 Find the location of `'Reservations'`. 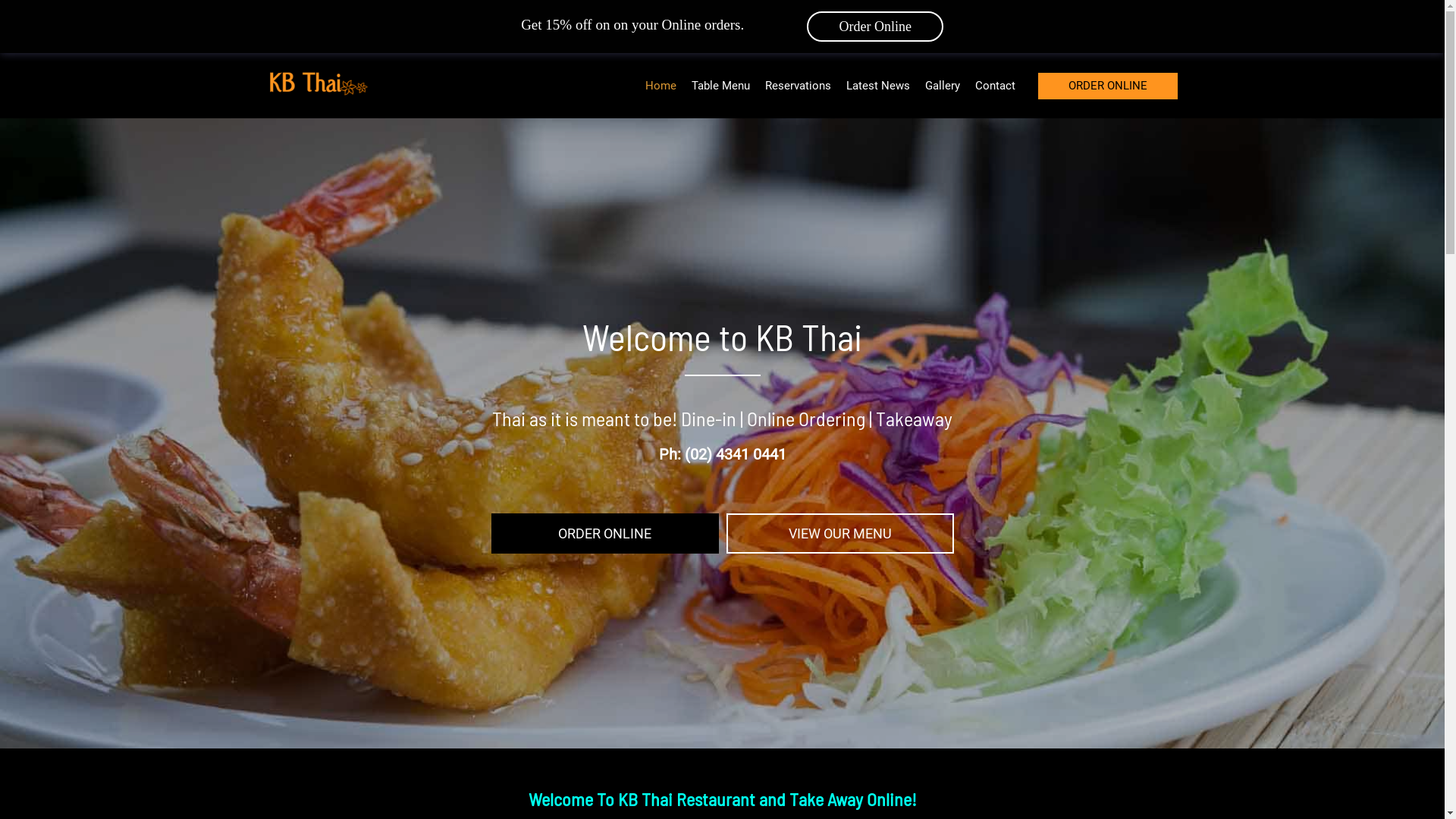

'Reservations' is located at coordinates (796, 85).